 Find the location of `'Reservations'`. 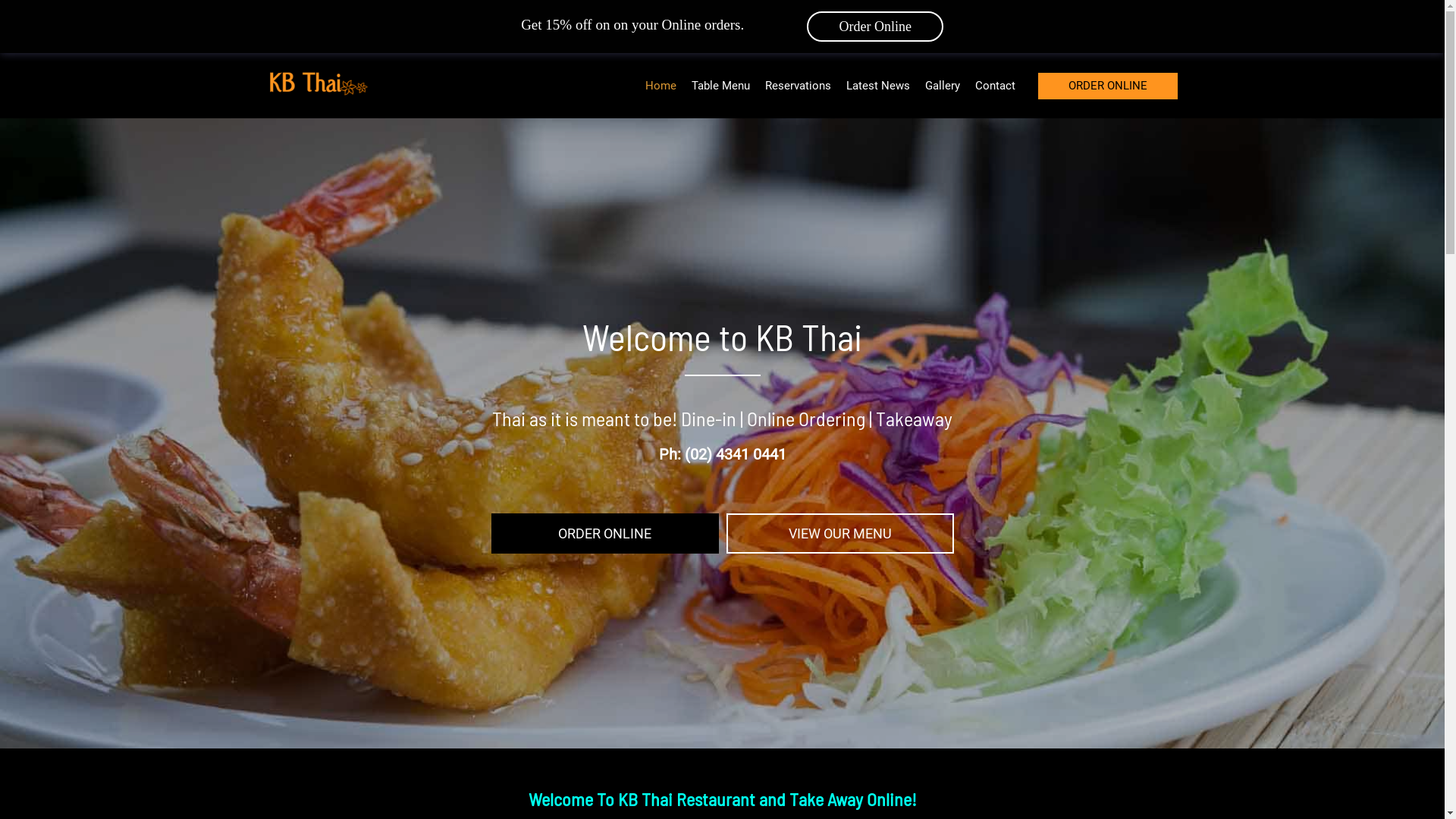

'Reservations' is located at coordinates (796, 85).